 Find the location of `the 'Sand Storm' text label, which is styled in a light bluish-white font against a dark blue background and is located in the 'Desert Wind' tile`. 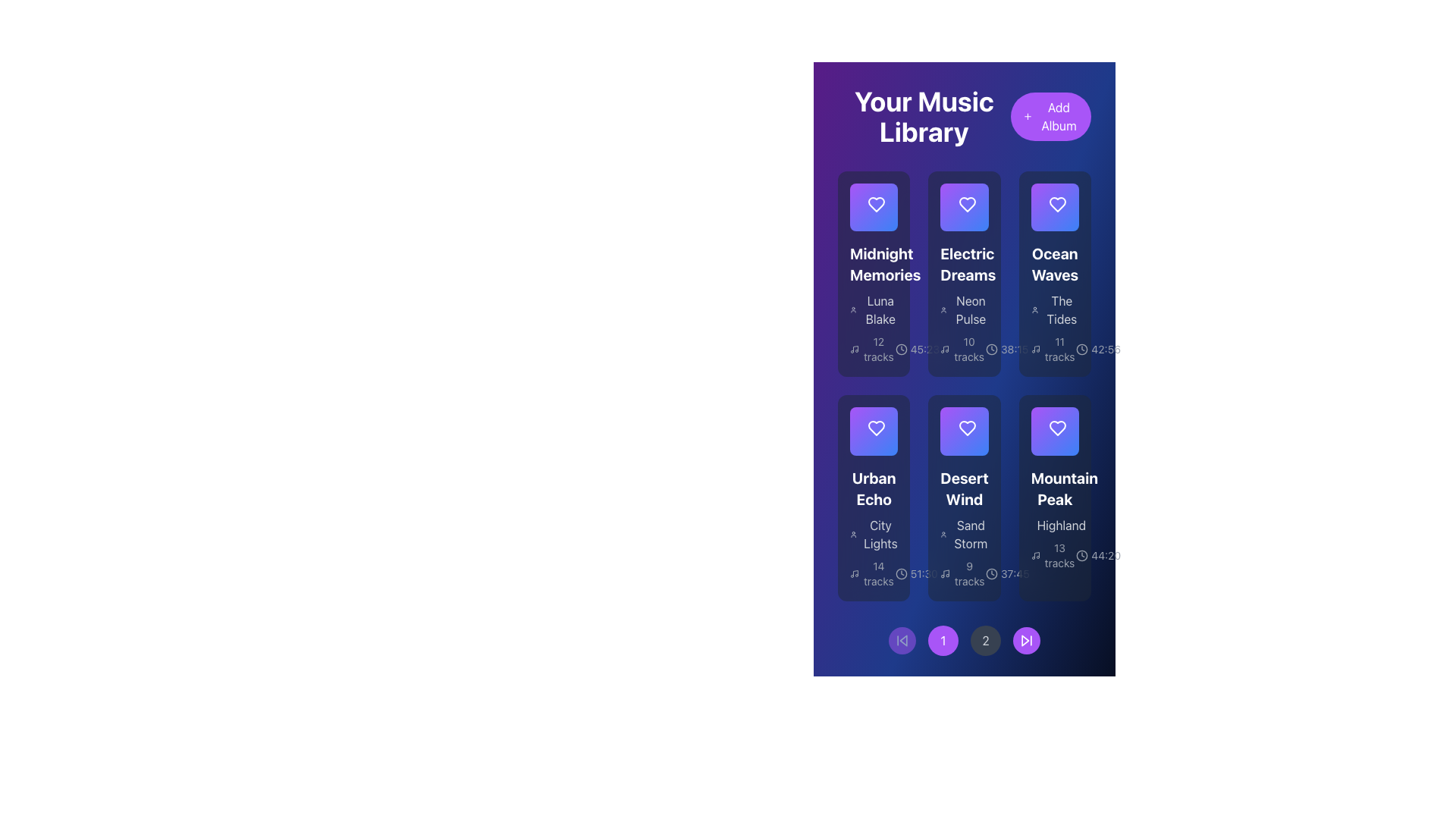

the 'Sand Storm' text label, which is styled in a light bluish-white font against a dark blue background and is located in the 'Desert Wind' tile is located at coordinates (971, 533).